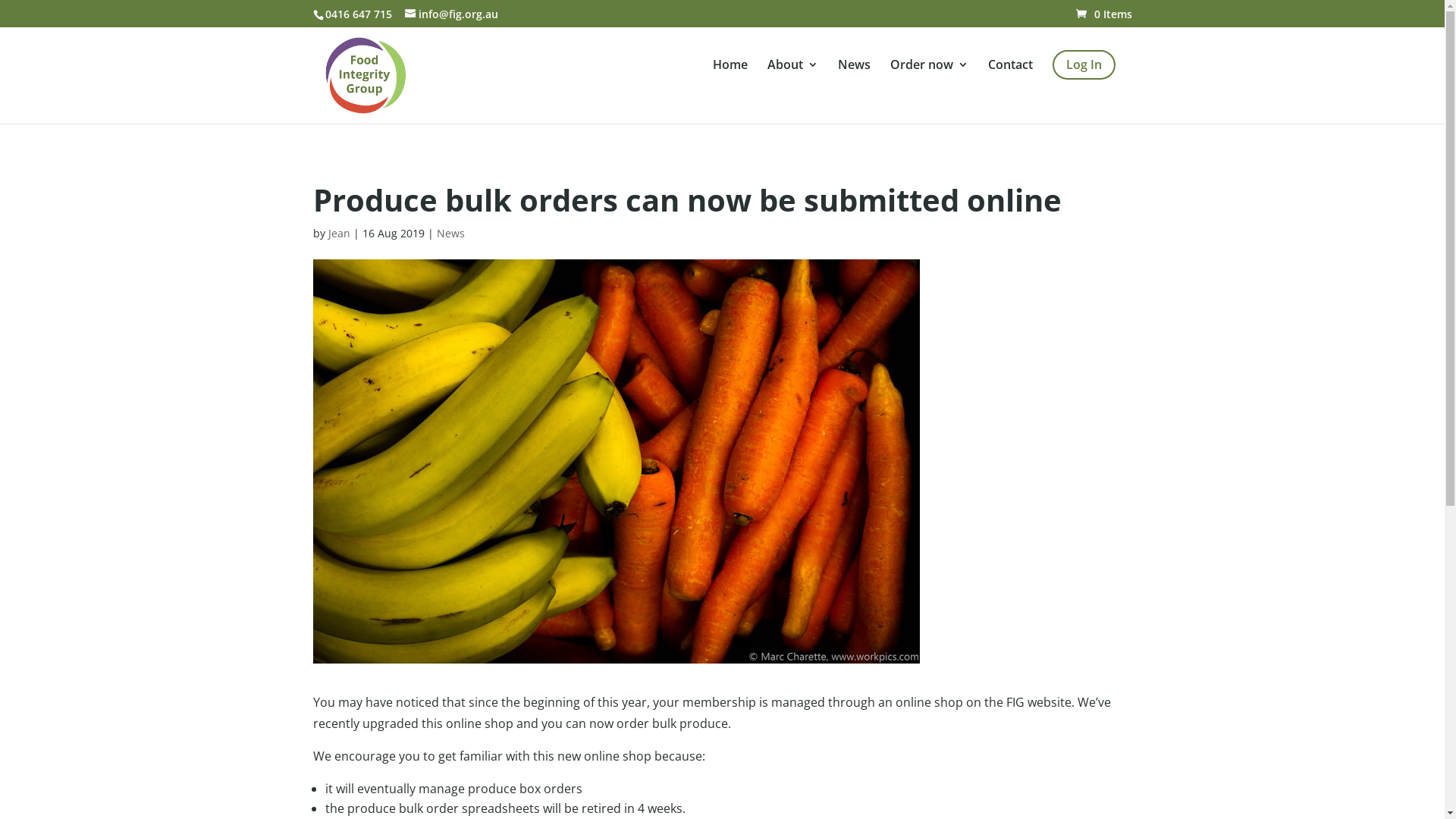  I want to click on 'Skip to content', so click(0, 0).